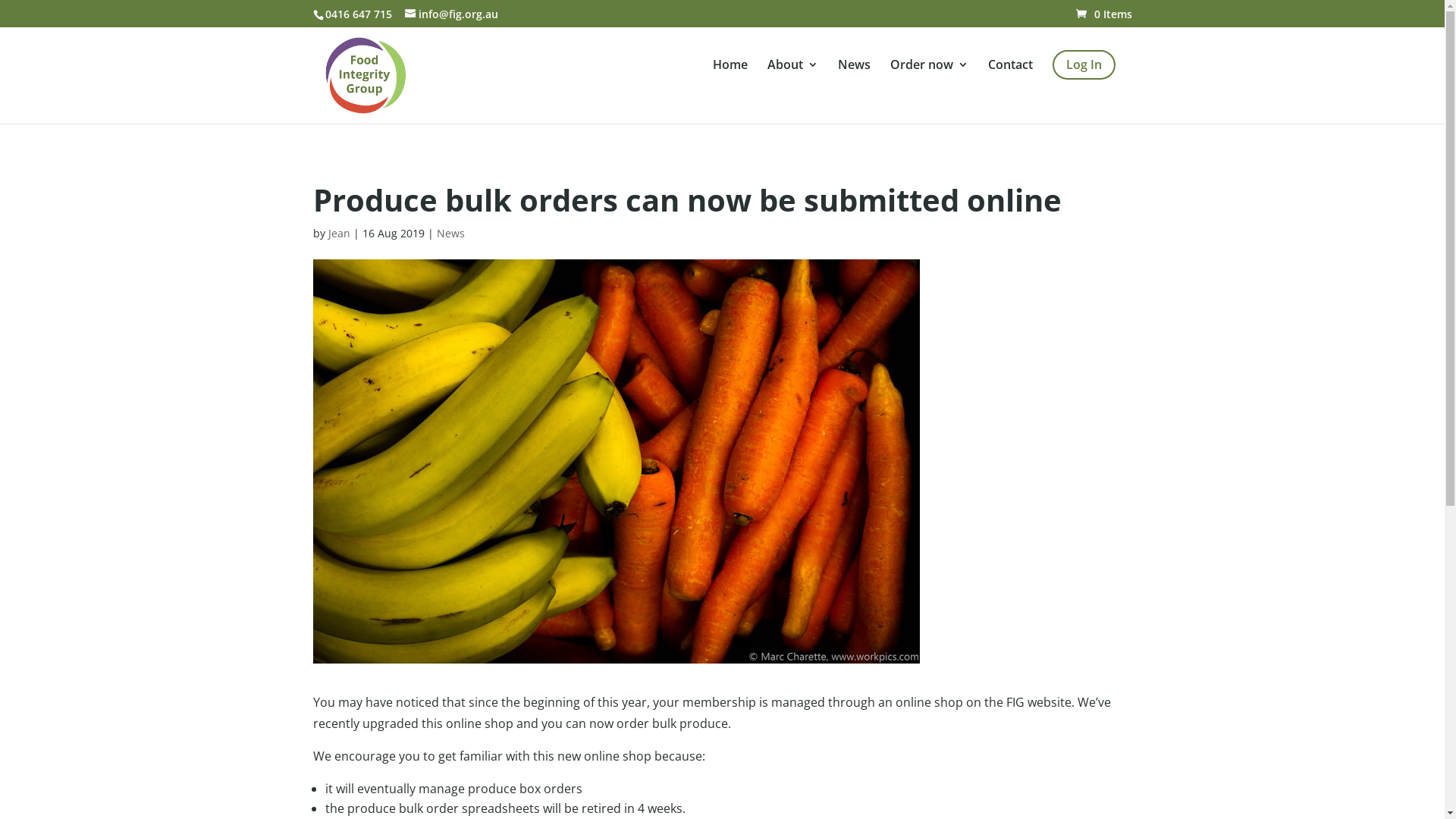  I want to click on 'Skip to content', so click(0, 0).